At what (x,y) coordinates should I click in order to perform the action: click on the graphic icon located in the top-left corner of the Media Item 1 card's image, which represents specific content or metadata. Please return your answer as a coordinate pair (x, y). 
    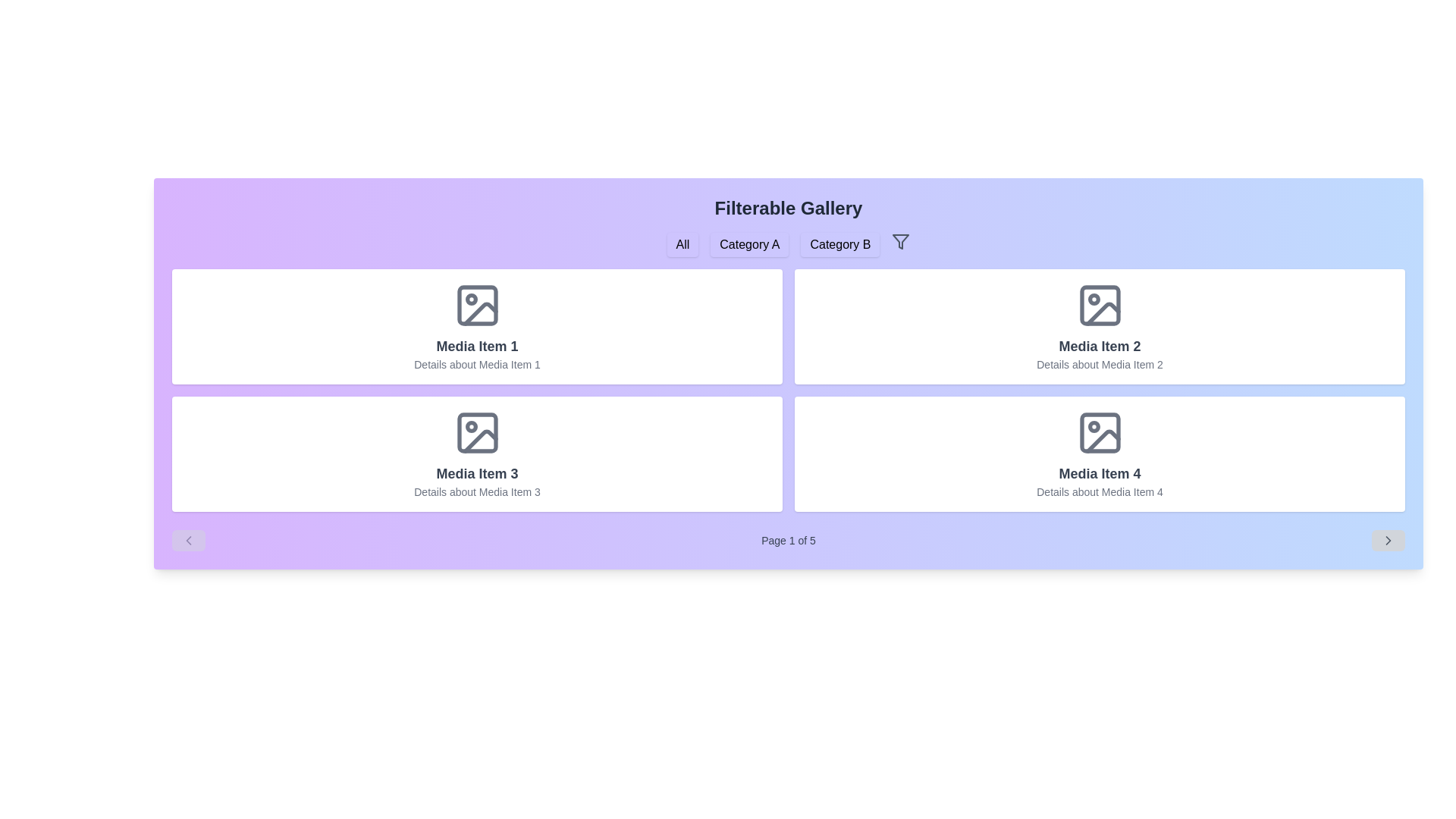
    Looking at the image, I should click on (479, 313).